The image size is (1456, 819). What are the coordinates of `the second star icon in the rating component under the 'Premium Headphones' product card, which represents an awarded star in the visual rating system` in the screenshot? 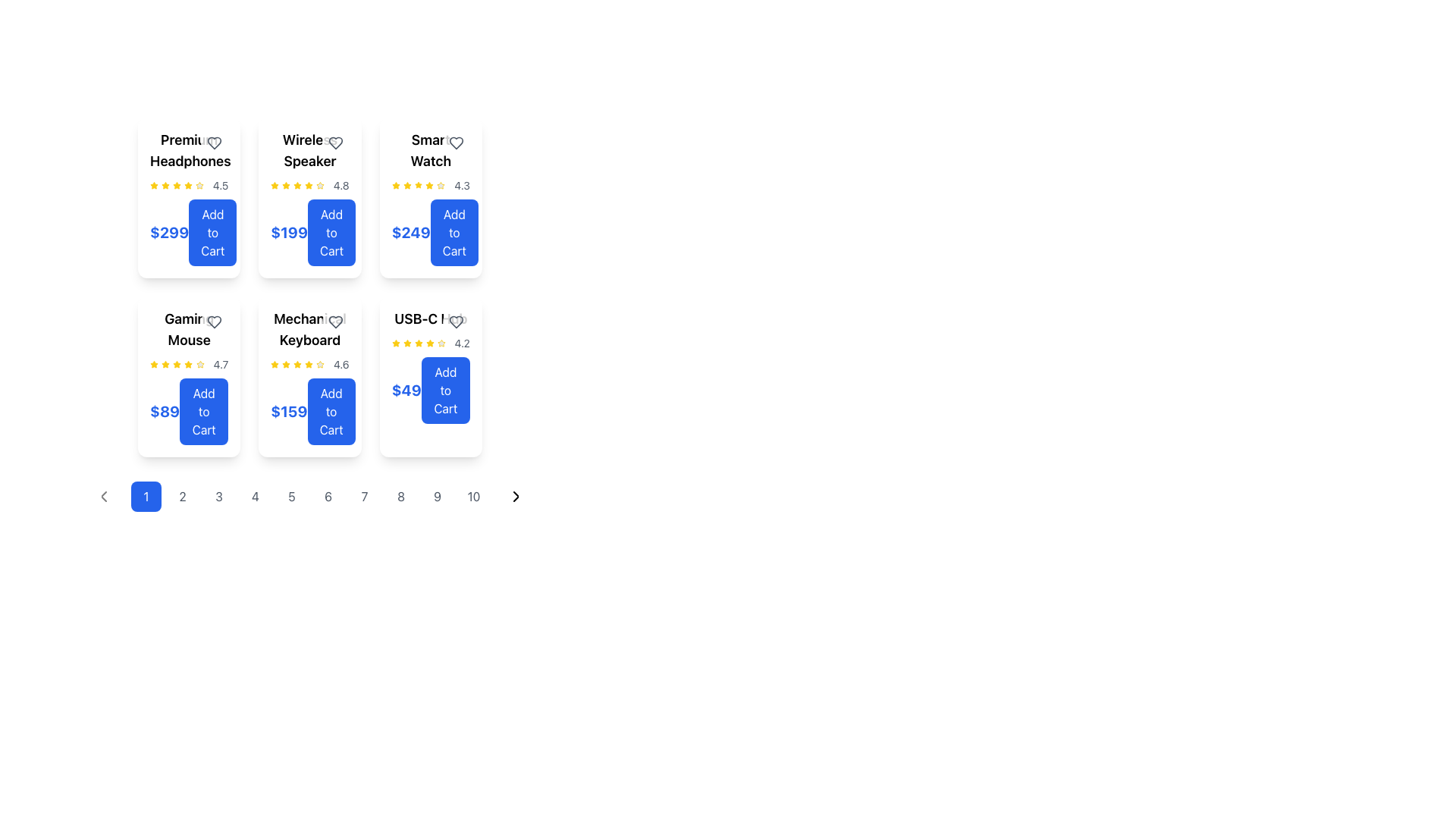 It's located at (177, 184).